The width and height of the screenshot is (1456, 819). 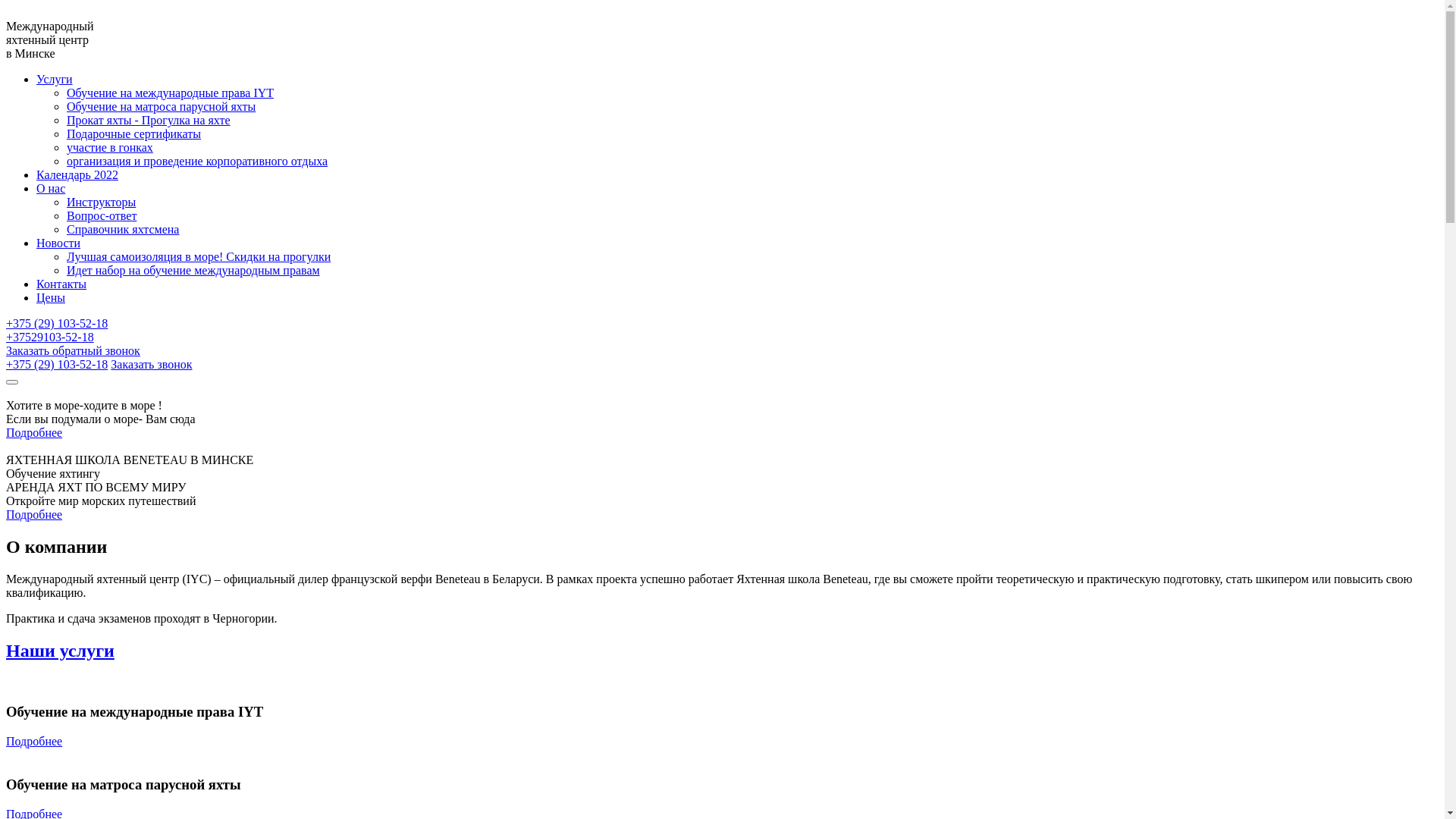 What do you see at coordinates (50, 336) in the screenshot?
I see `'+37529103-52-18'` at bounding box center [50, 336].